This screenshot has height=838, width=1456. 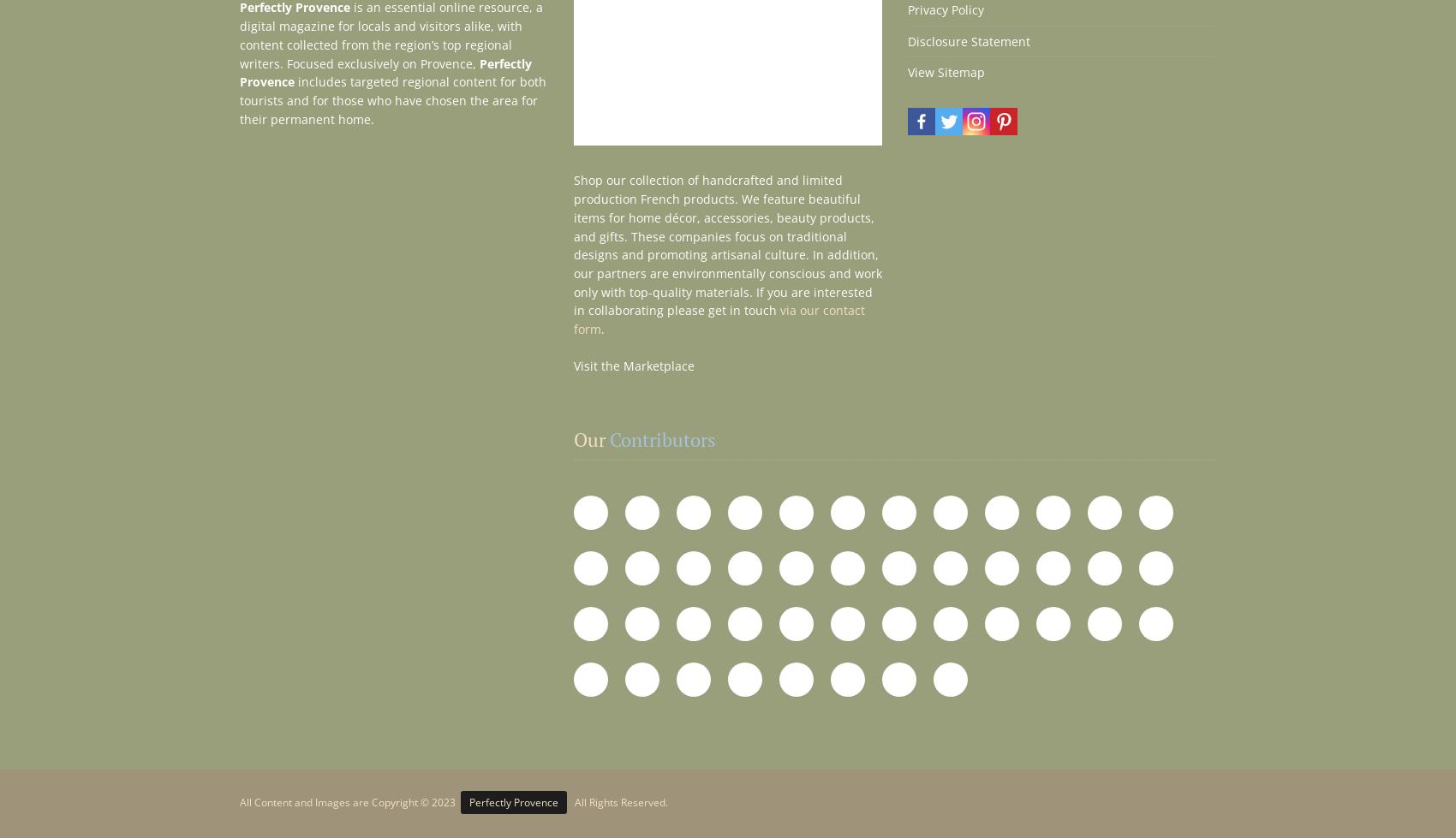 What do you see at coordinates (946, 72) in the screenshot?
I see `'View Sitemap'` at bounding box center [946, 72].